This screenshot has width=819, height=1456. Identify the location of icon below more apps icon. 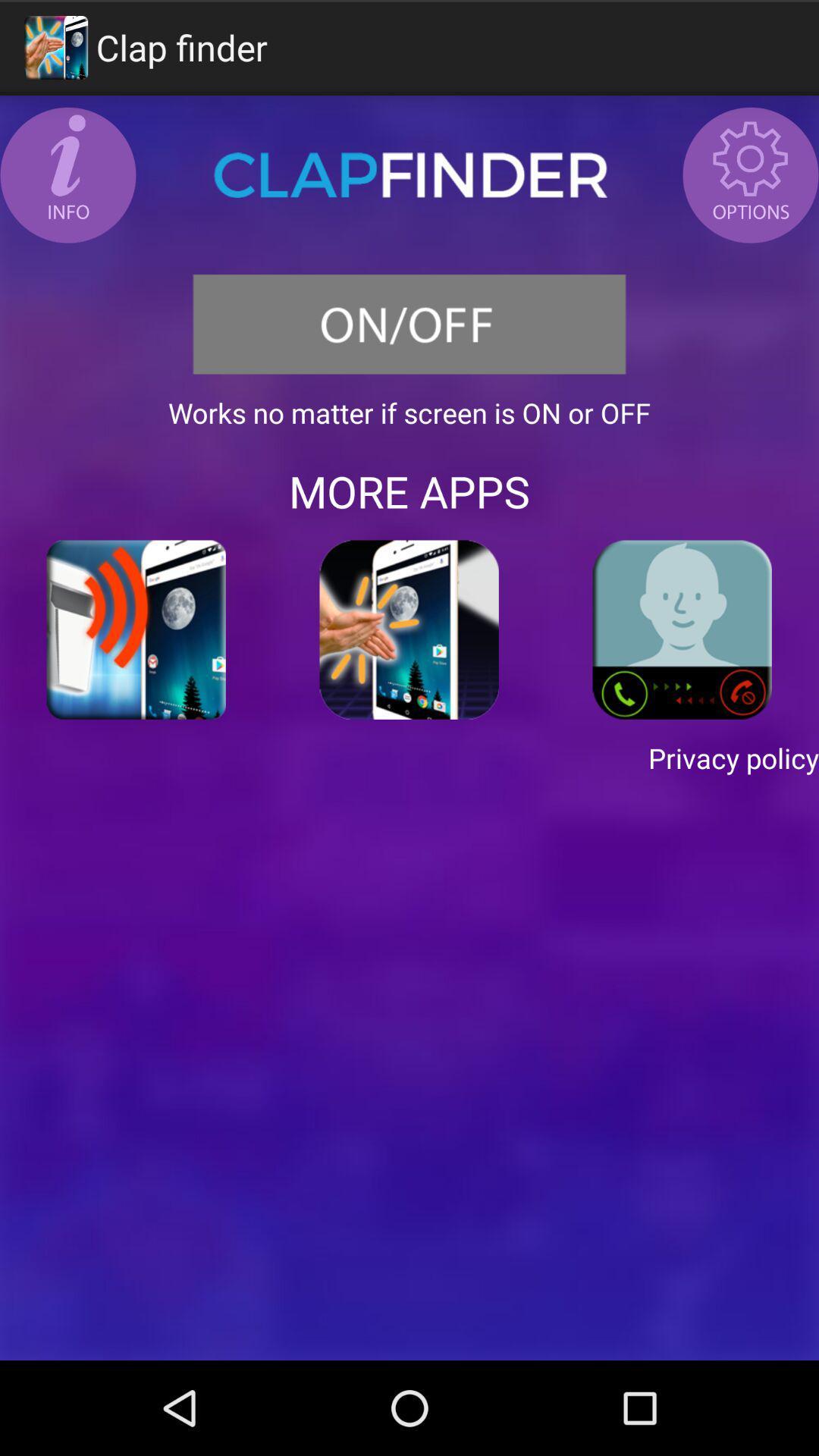
(136, 629).